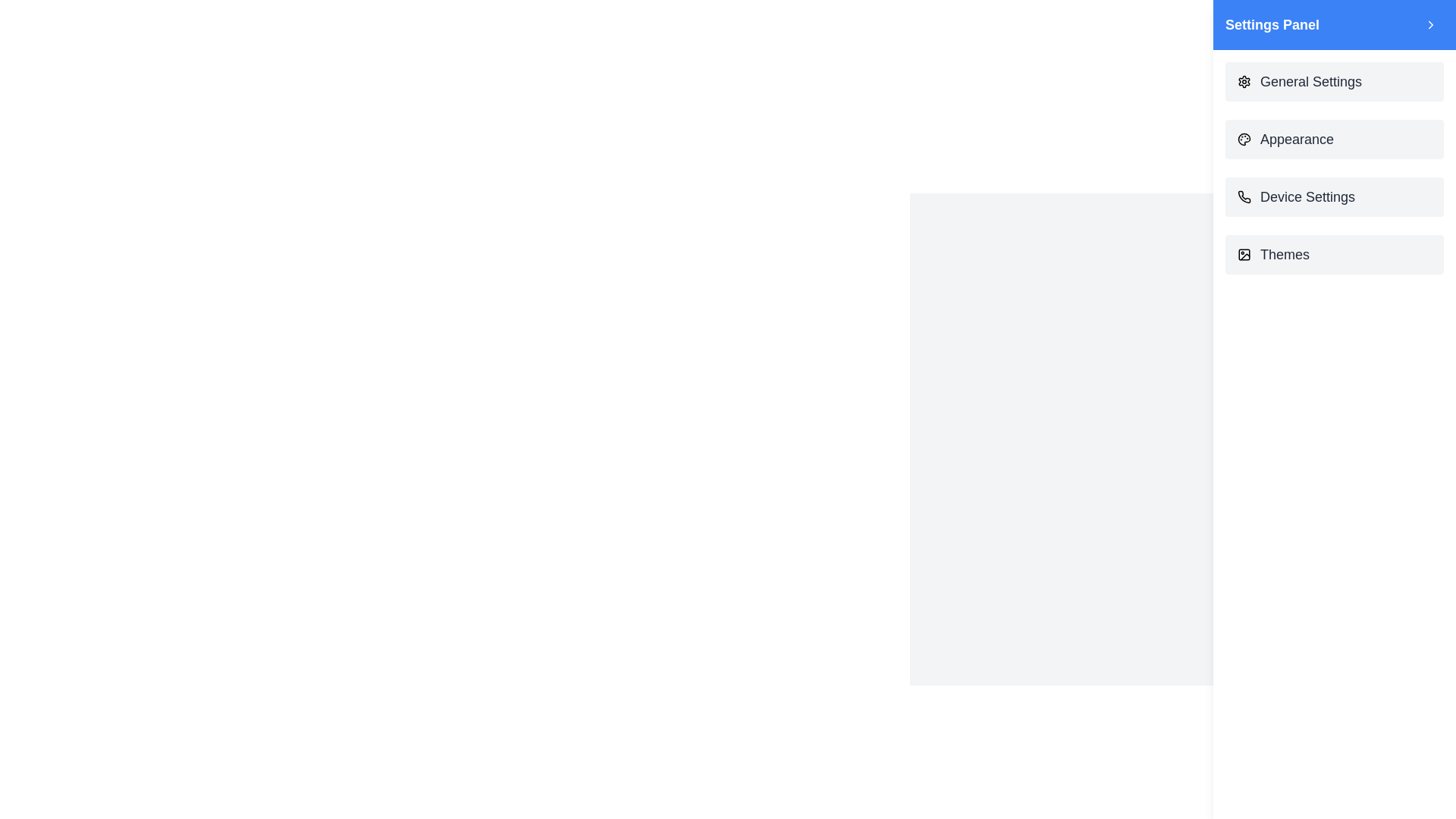 This screenshot has height=819, width=1456. What do you see at coordinates (1429, 25) in the screenshot?
I see `the Chevron Icon located in the top-right corner of the blue header within the 'Settings Panel' sidebar, adjacent to the title text 'Settings Panel.'` at bounding box center [1429, 25].